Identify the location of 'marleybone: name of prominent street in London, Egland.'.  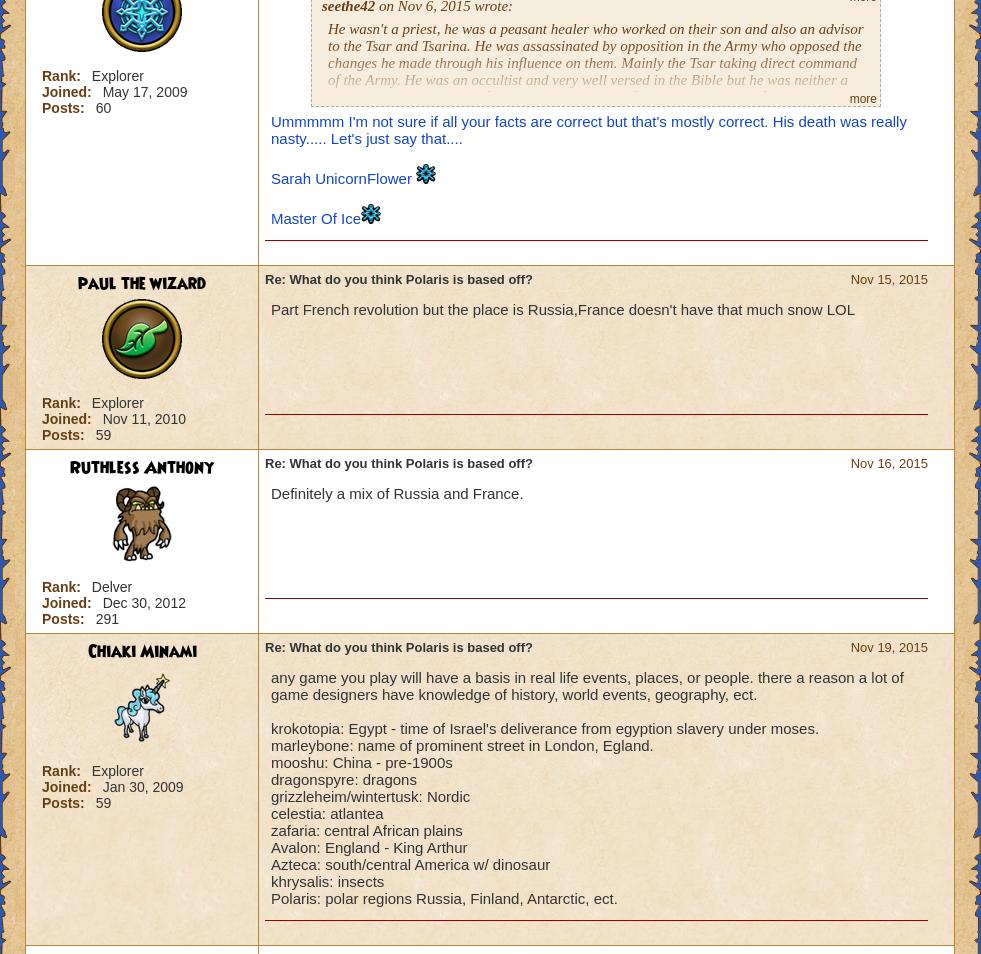
(460, 745).